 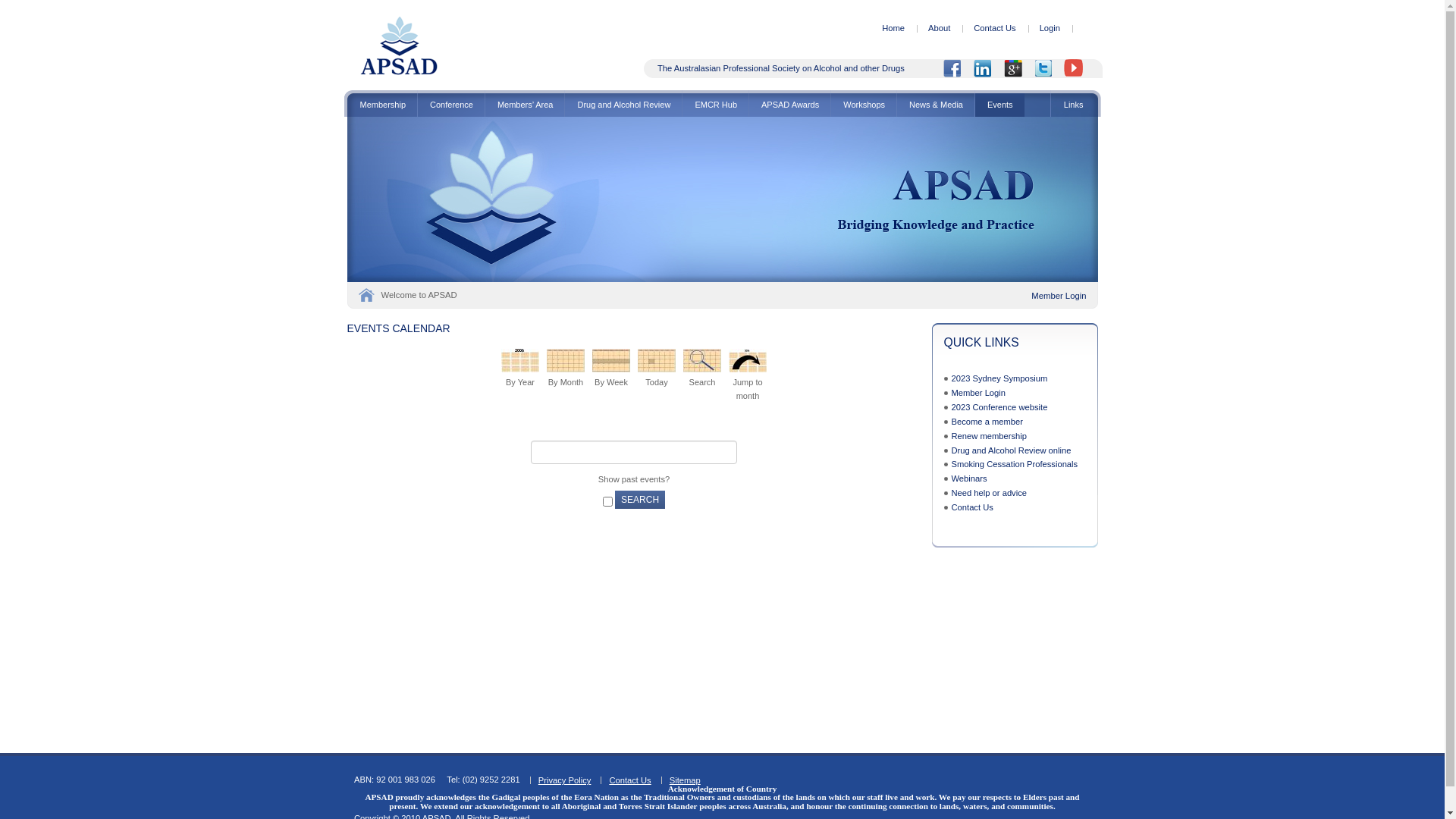 I want to click on 'Google+', so click(x=1003, y=68).